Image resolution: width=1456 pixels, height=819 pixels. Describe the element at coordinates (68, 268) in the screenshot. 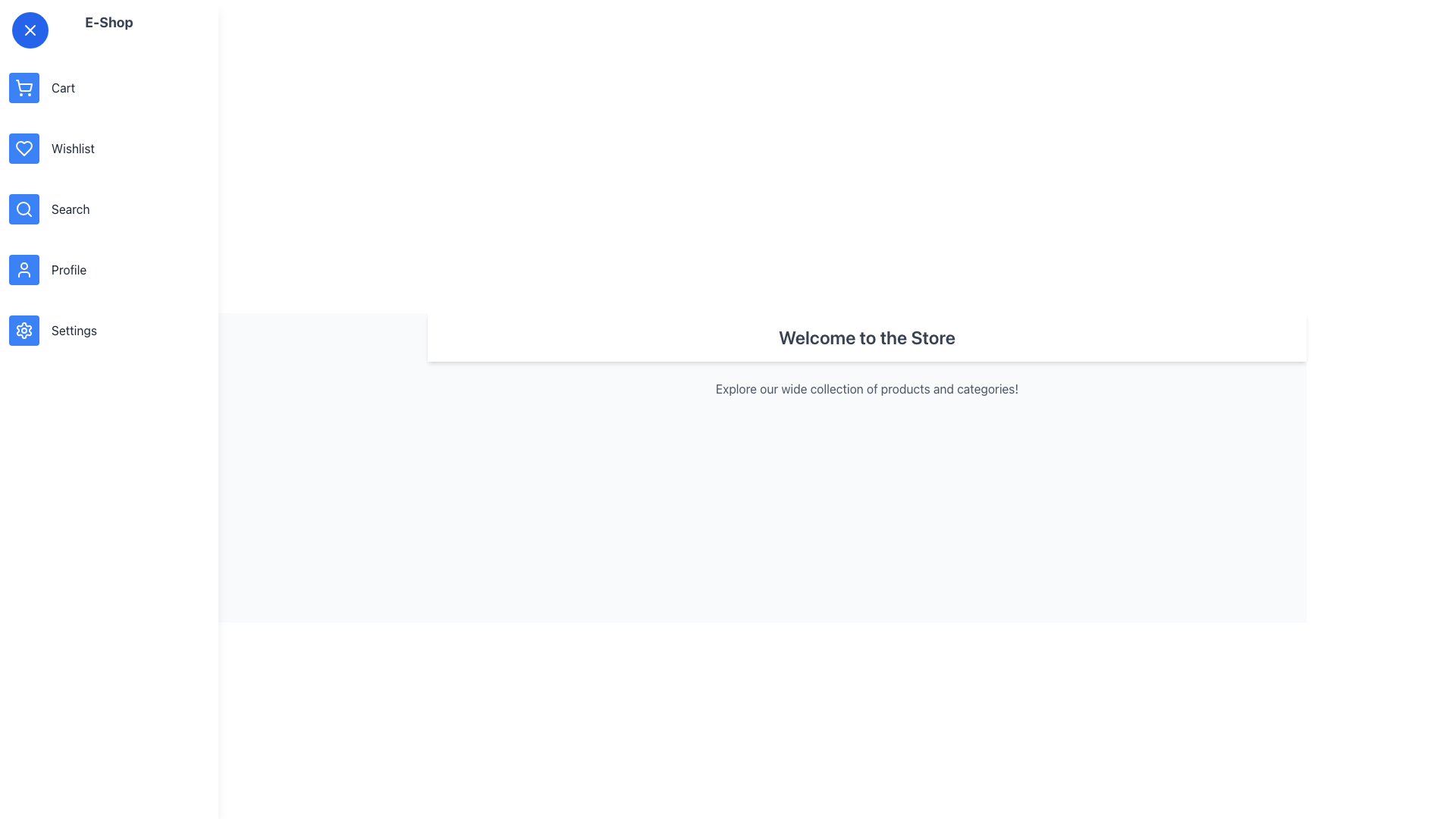

I see `the 'Profile' static text label in the vertical navigation menu, which is styled in black text against a white background and positioned between 'Search' and 'Settings'` at that location.